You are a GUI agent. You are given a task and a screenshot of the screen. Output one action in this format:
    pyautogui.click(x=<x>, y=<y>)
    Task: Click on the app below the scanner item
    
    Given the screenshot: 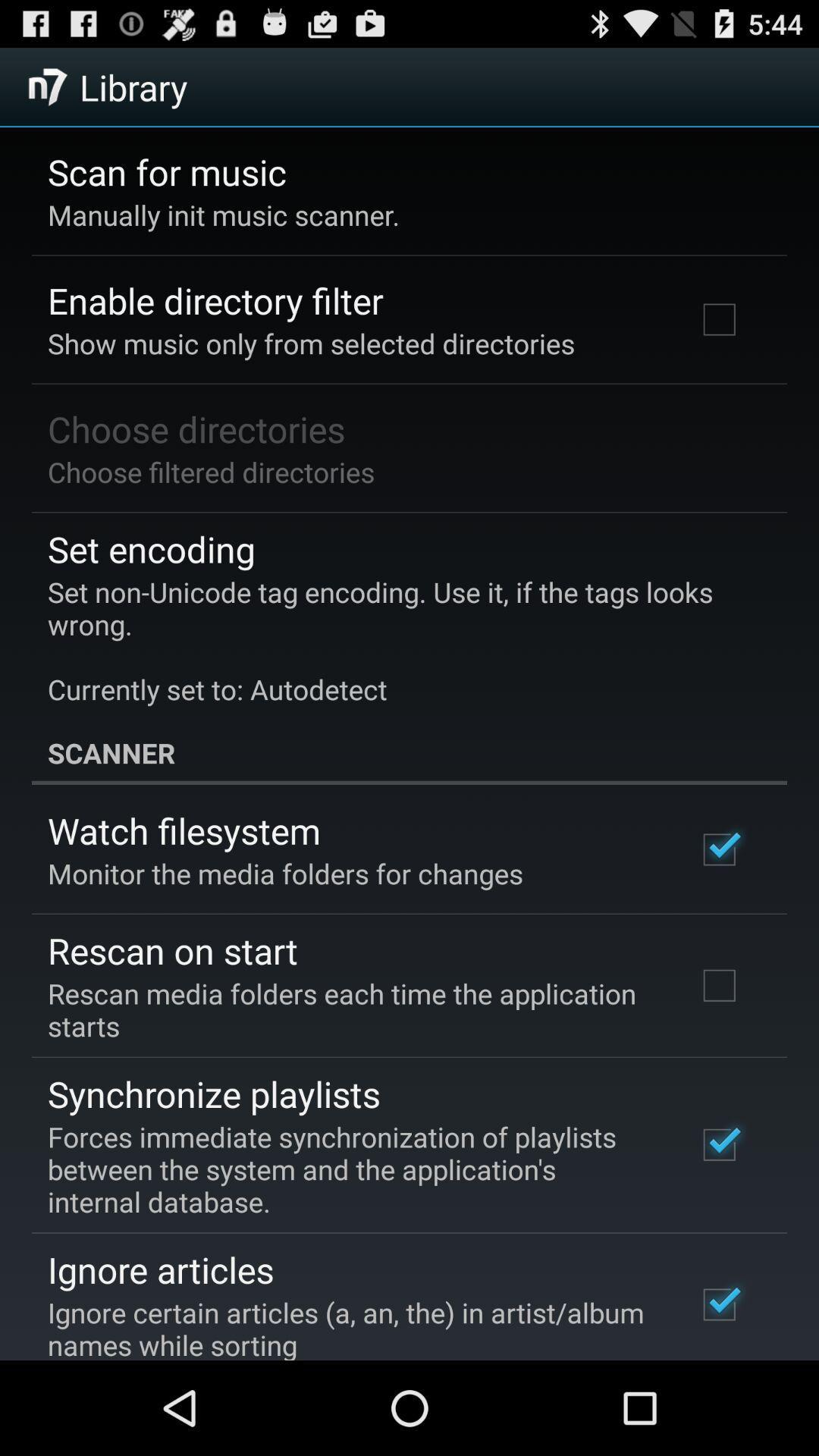 What is the action you would take?
    pyautogui.click(x=184, y=830)
    